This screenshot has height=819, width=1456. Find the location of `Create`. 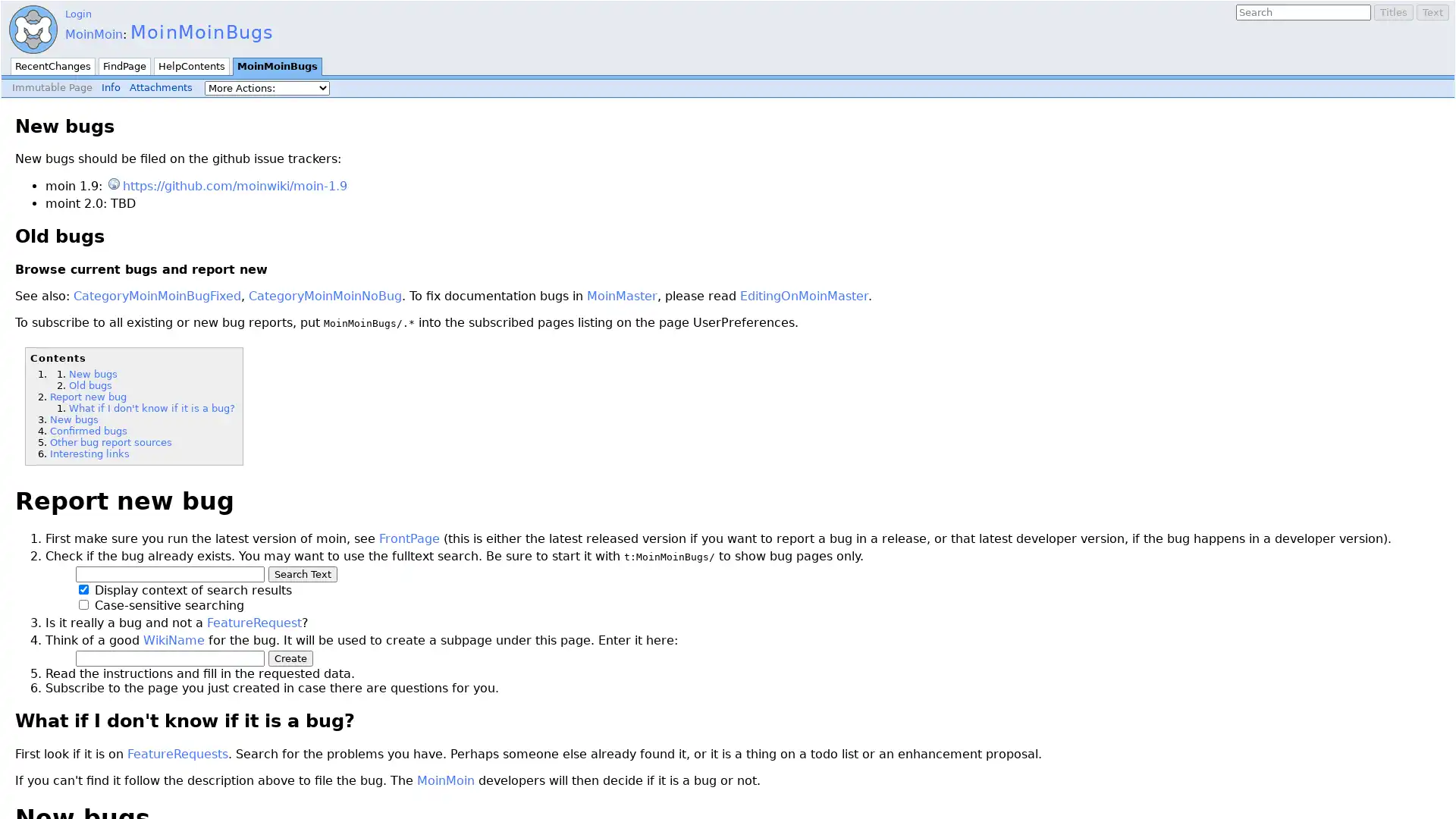

Create is located at coordinates (290, 657).